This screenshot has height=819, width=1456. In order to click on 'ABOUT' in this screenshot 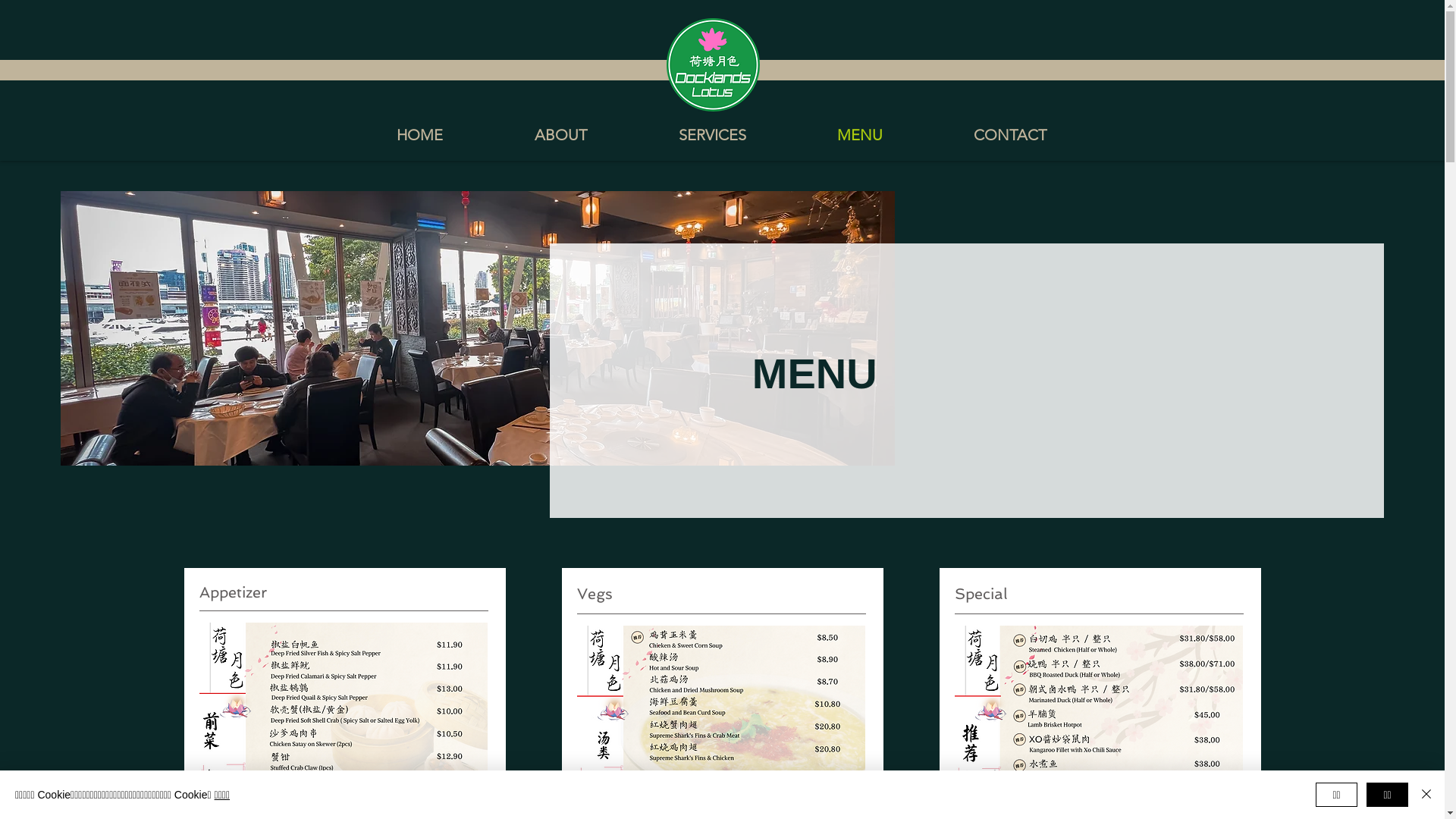, I will do `click(488, 133)`.